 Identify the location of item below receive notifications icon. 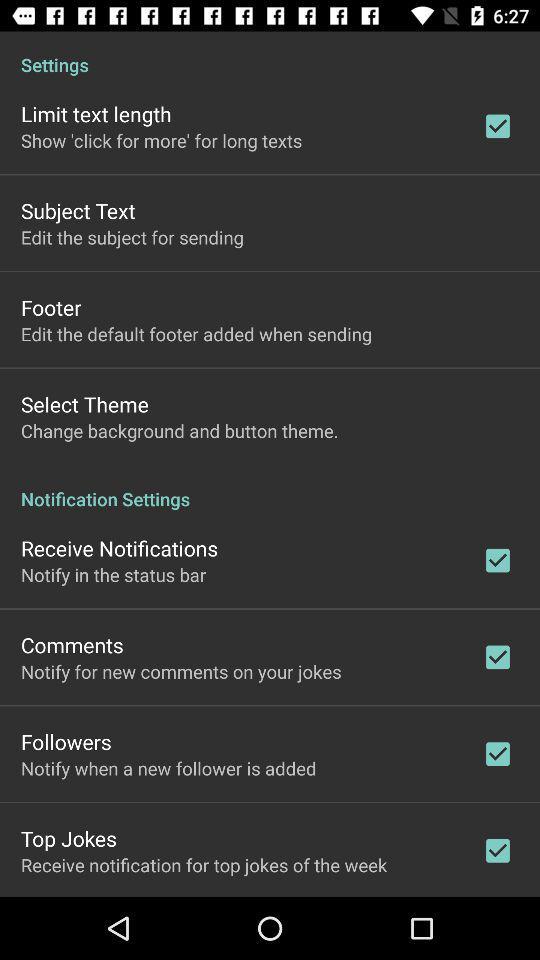
(113, 574).